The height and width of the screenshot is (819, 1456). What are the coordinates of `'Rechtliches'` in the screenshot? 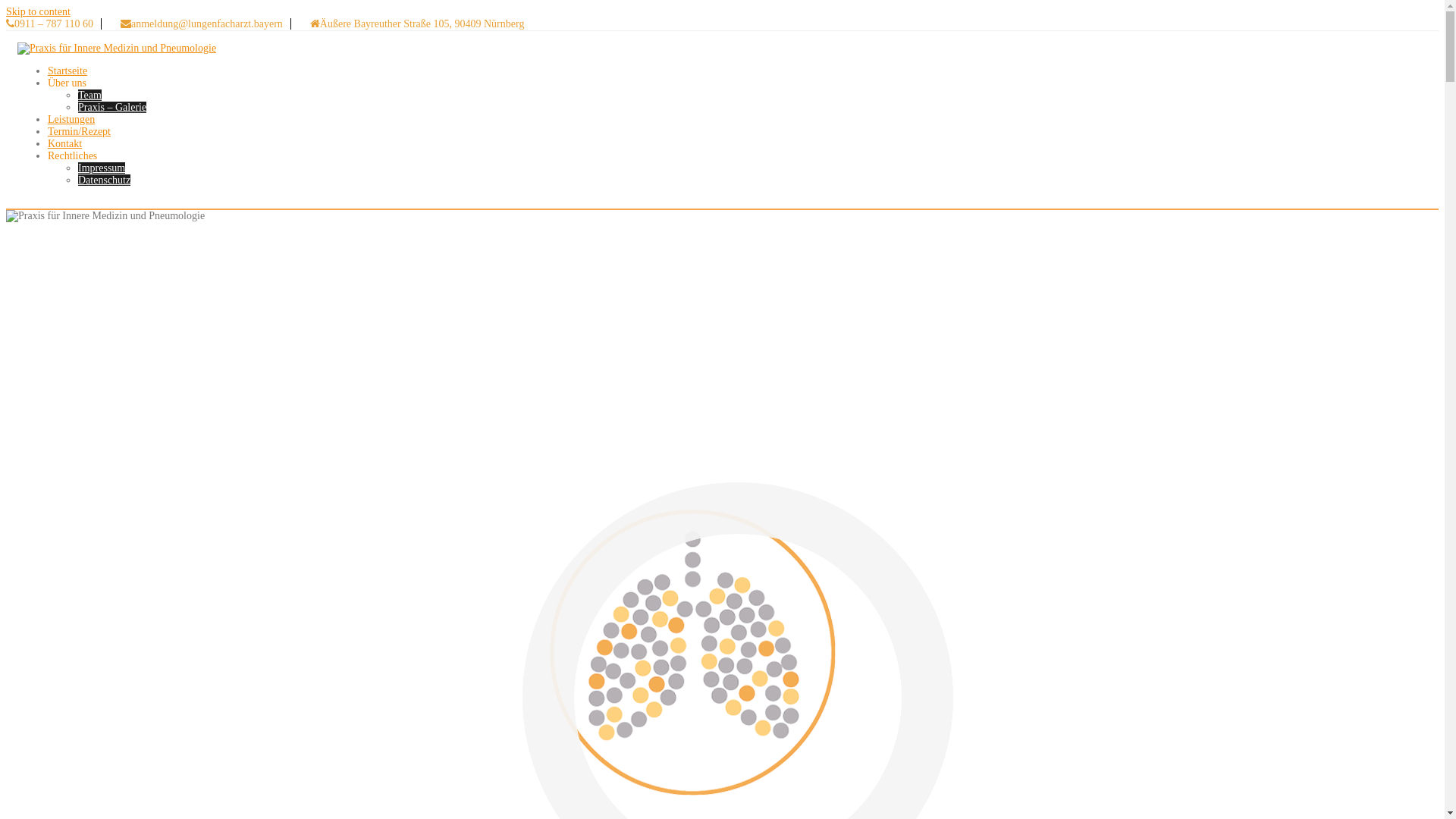 It's located at (71, 155).